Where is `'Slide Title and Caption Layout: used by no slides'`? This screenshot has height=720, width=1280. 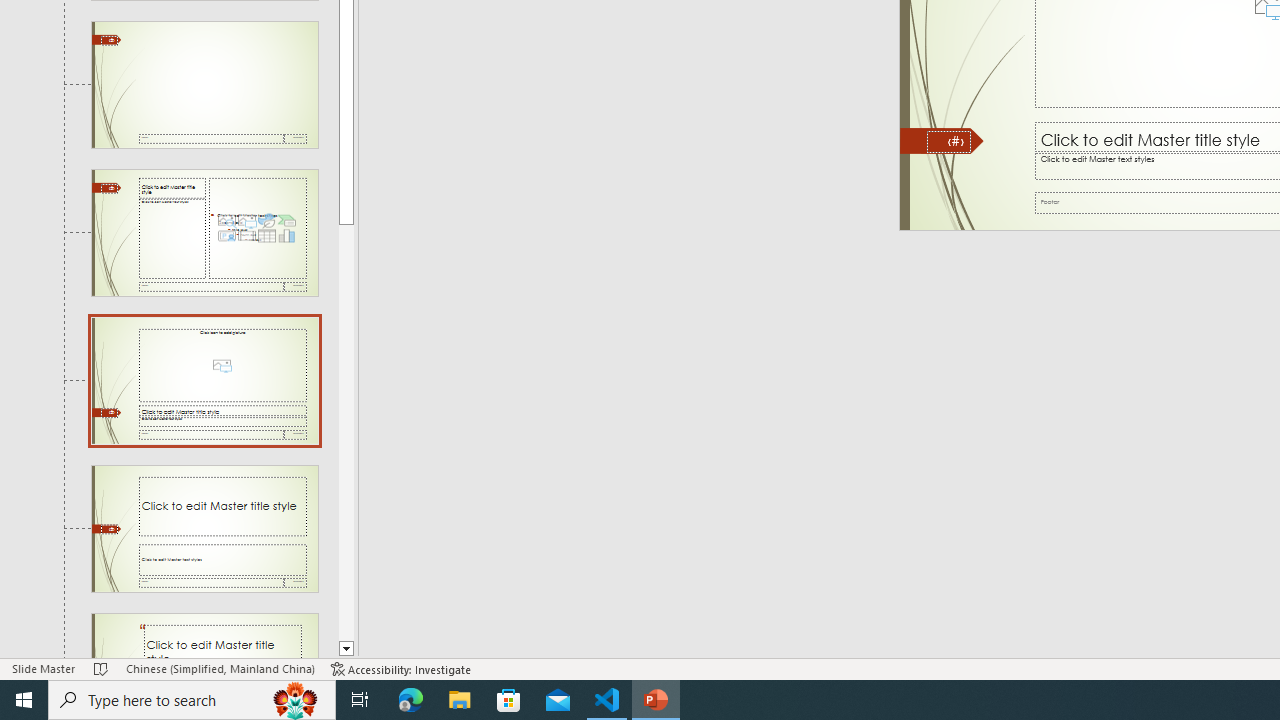
'Slide Title and Caption Layout: used by no slides' is located at coordinates (204, 527).